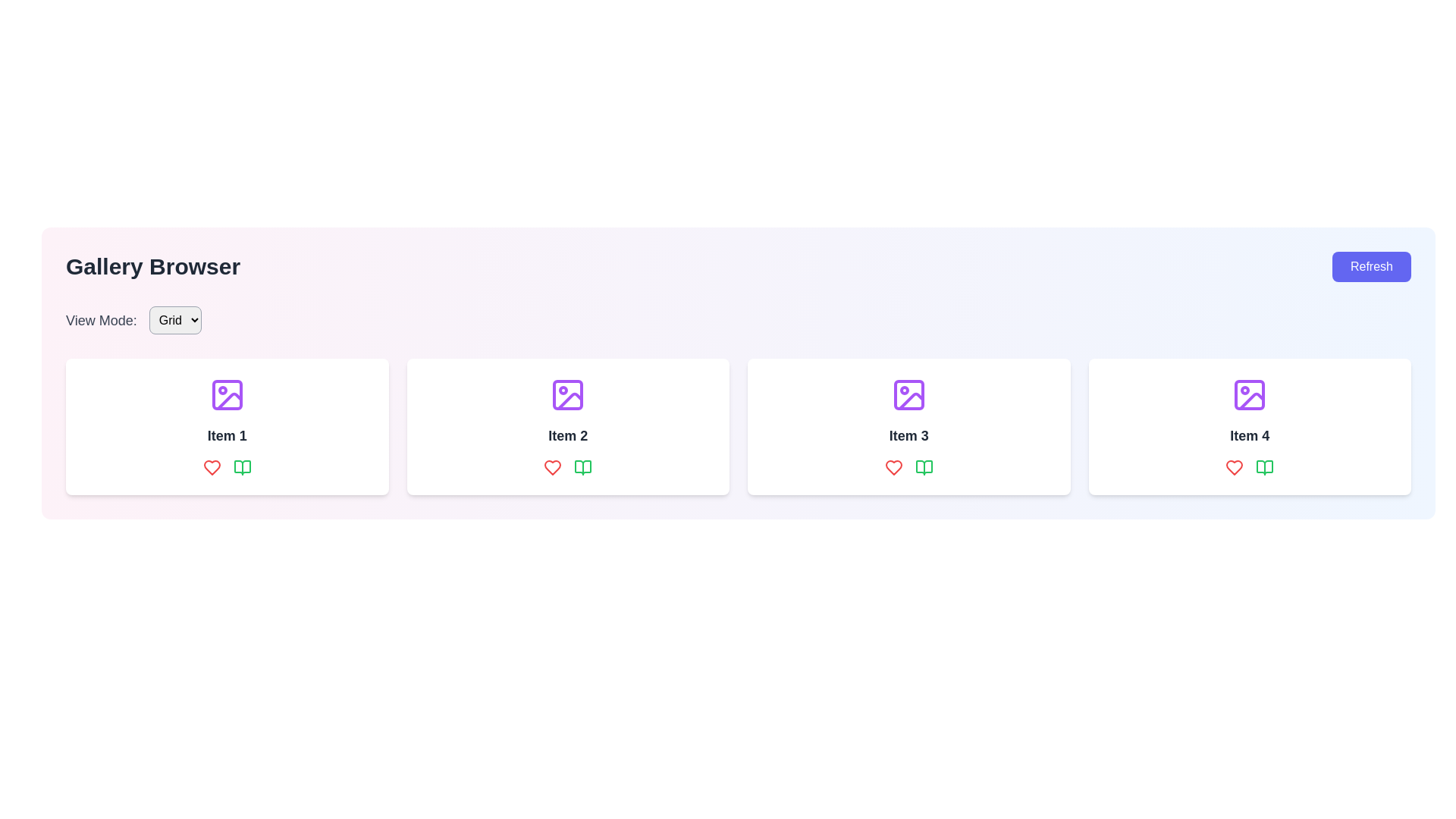 This screenshot has width=1456, height=819. What do you see at coordinates (226, 394) in the screenshot?
I see `the decorative icon located at the top of the first card titled 'Item 1' in the grid layout` at bounding box center [226, 394].